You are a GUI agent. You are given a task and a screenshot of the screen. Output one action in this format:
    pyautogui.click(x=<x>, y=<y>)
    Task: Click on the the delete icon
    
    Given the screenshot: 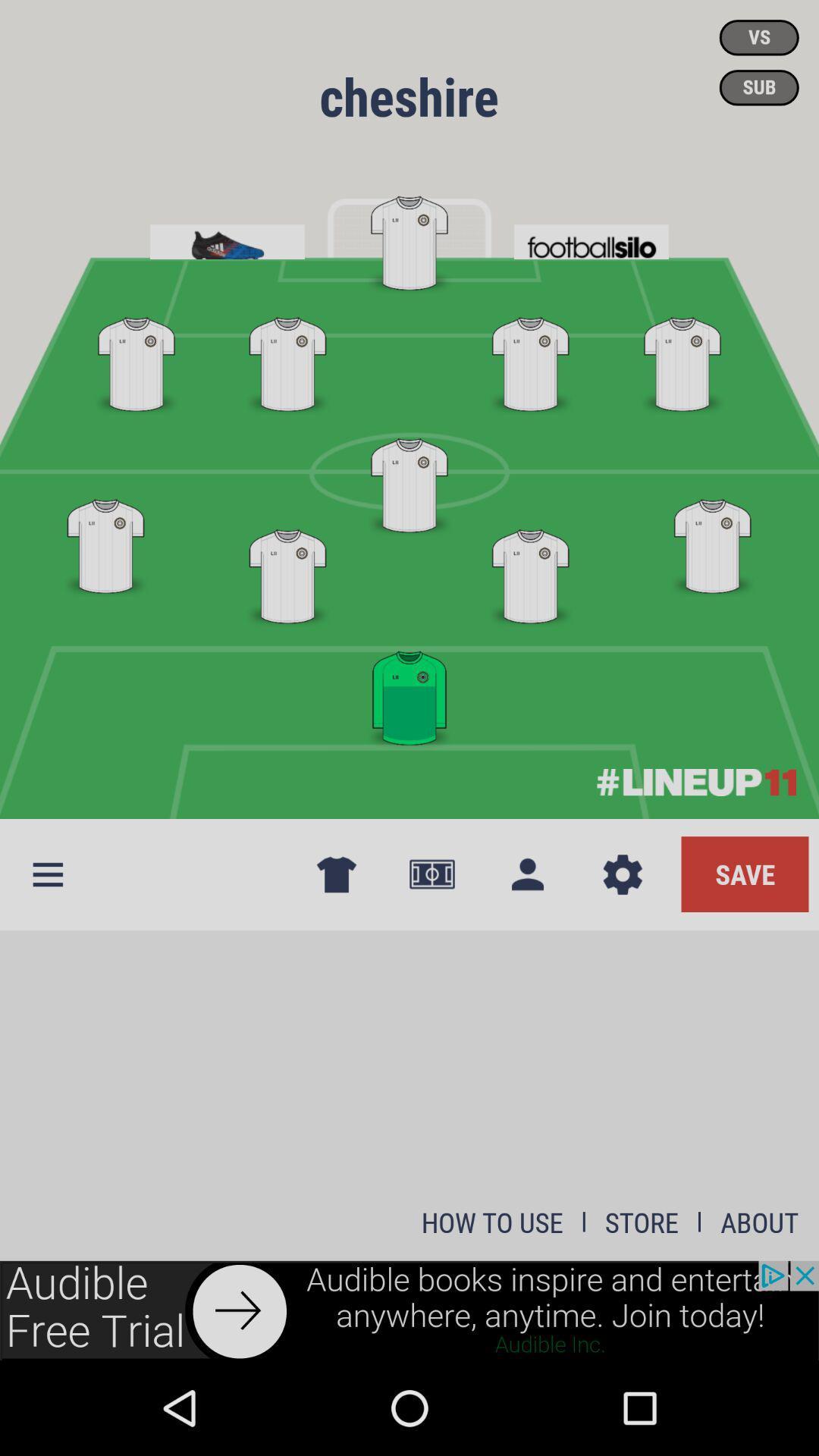 What is the action you would take?
    pyautogui.click(x=335, y=874)
    